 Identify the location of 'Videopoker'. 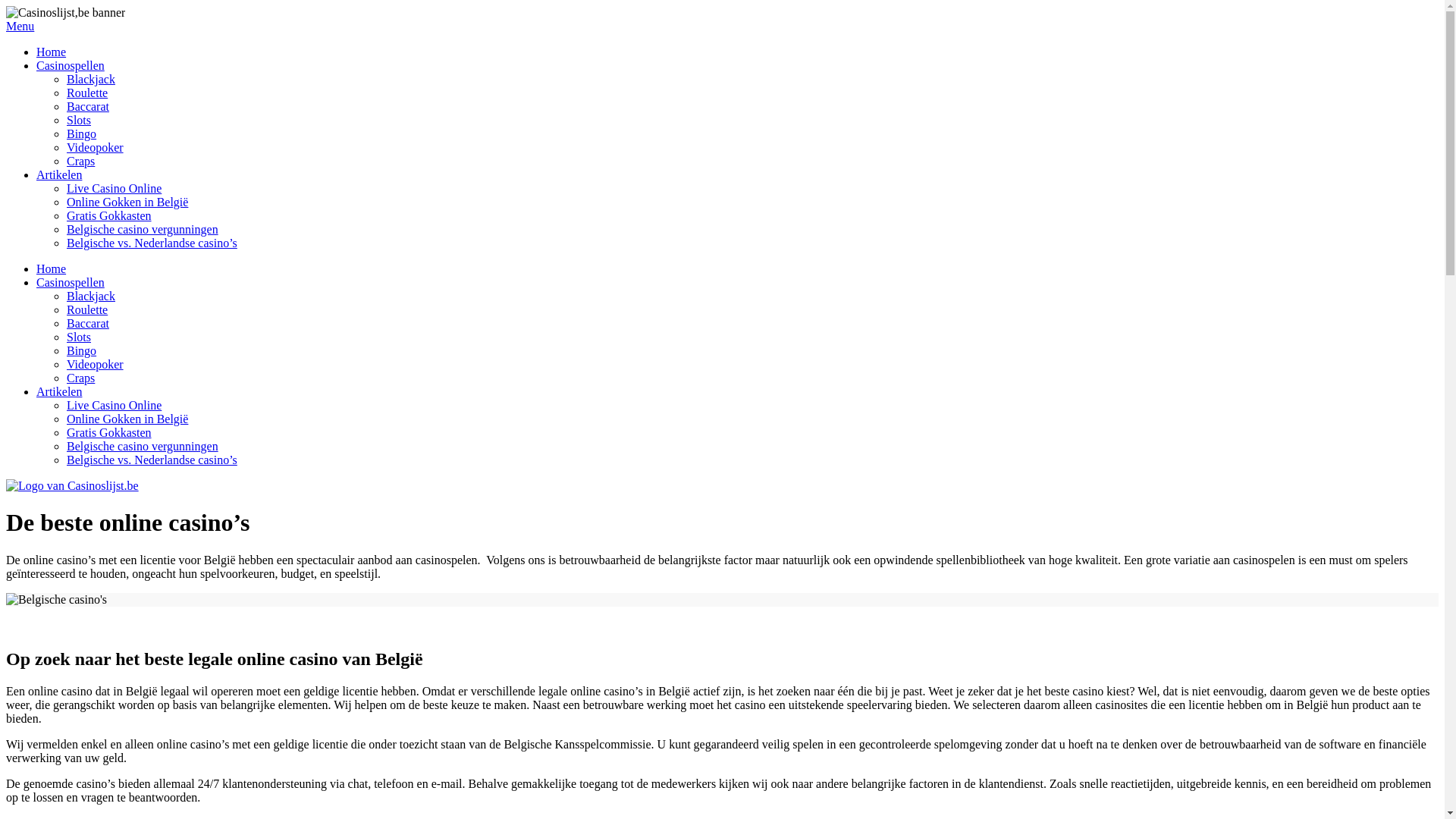
(94, 364).